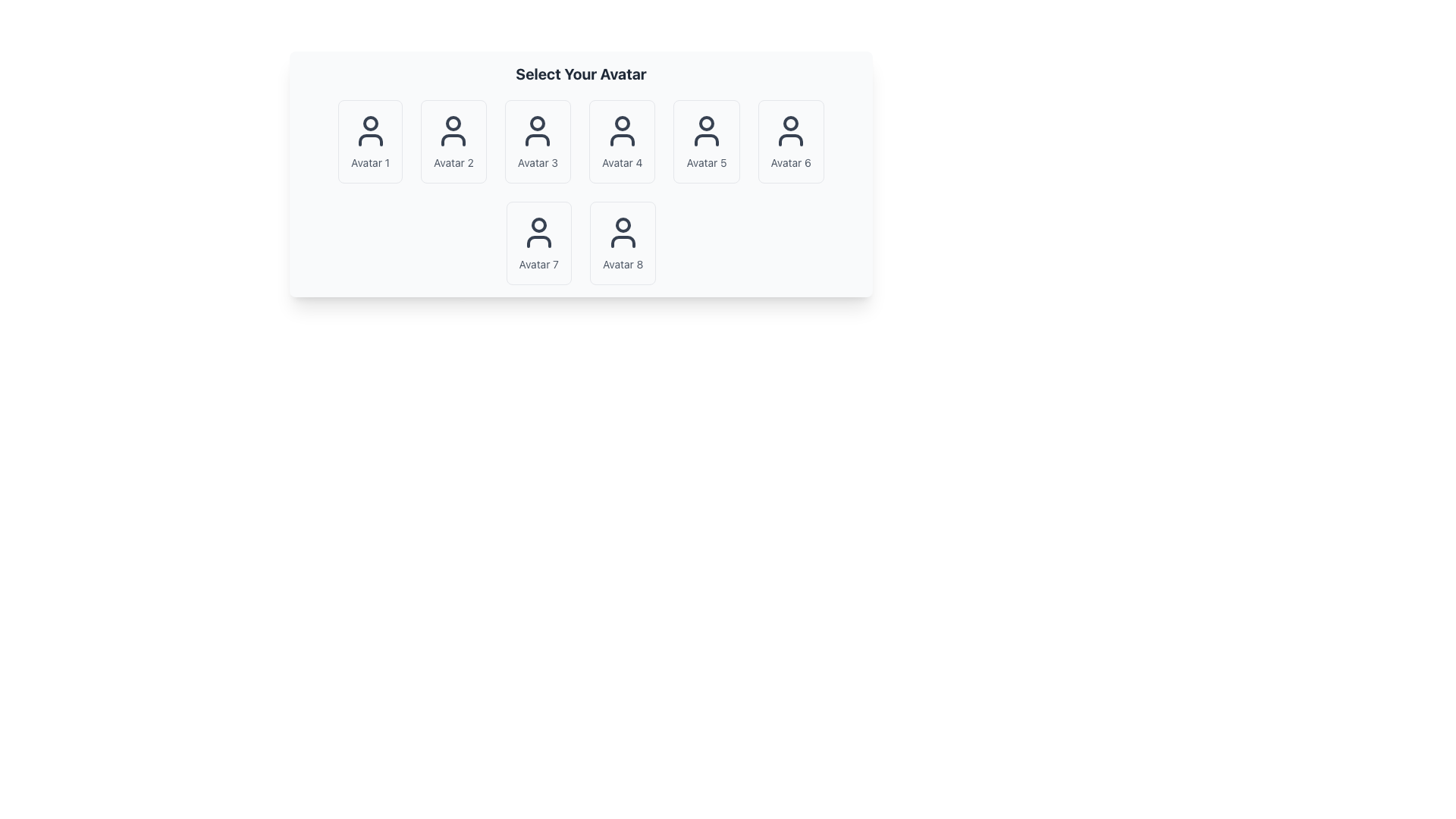 The width and height of the screenshot is (1456, 819). I want to click on label element that identifies 'Avatar 5', located at the bottom center of the corresponding card in the top right region of the grid layout, so click(705, 163).